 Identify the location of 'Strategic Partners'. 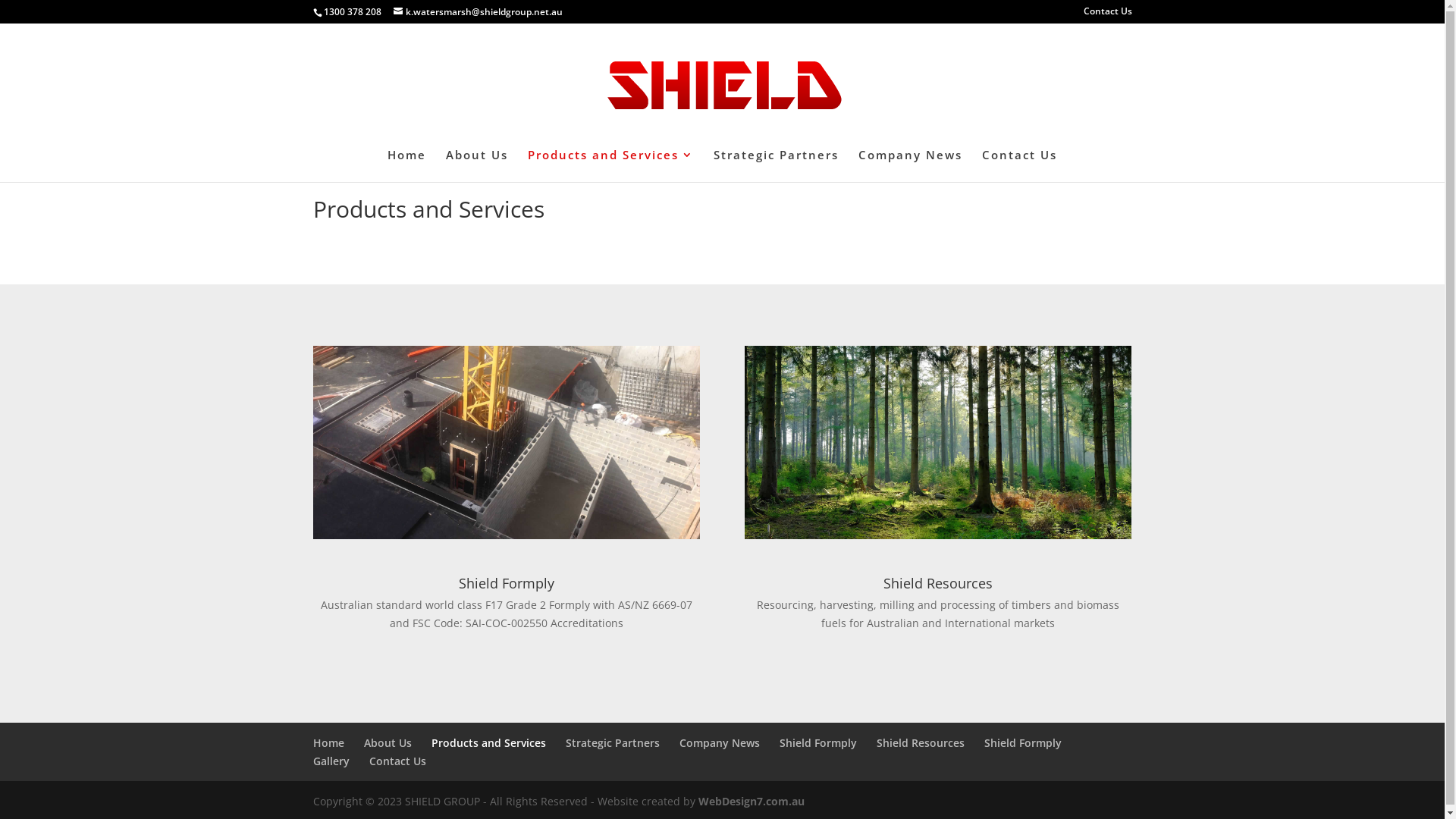
(564, 742).